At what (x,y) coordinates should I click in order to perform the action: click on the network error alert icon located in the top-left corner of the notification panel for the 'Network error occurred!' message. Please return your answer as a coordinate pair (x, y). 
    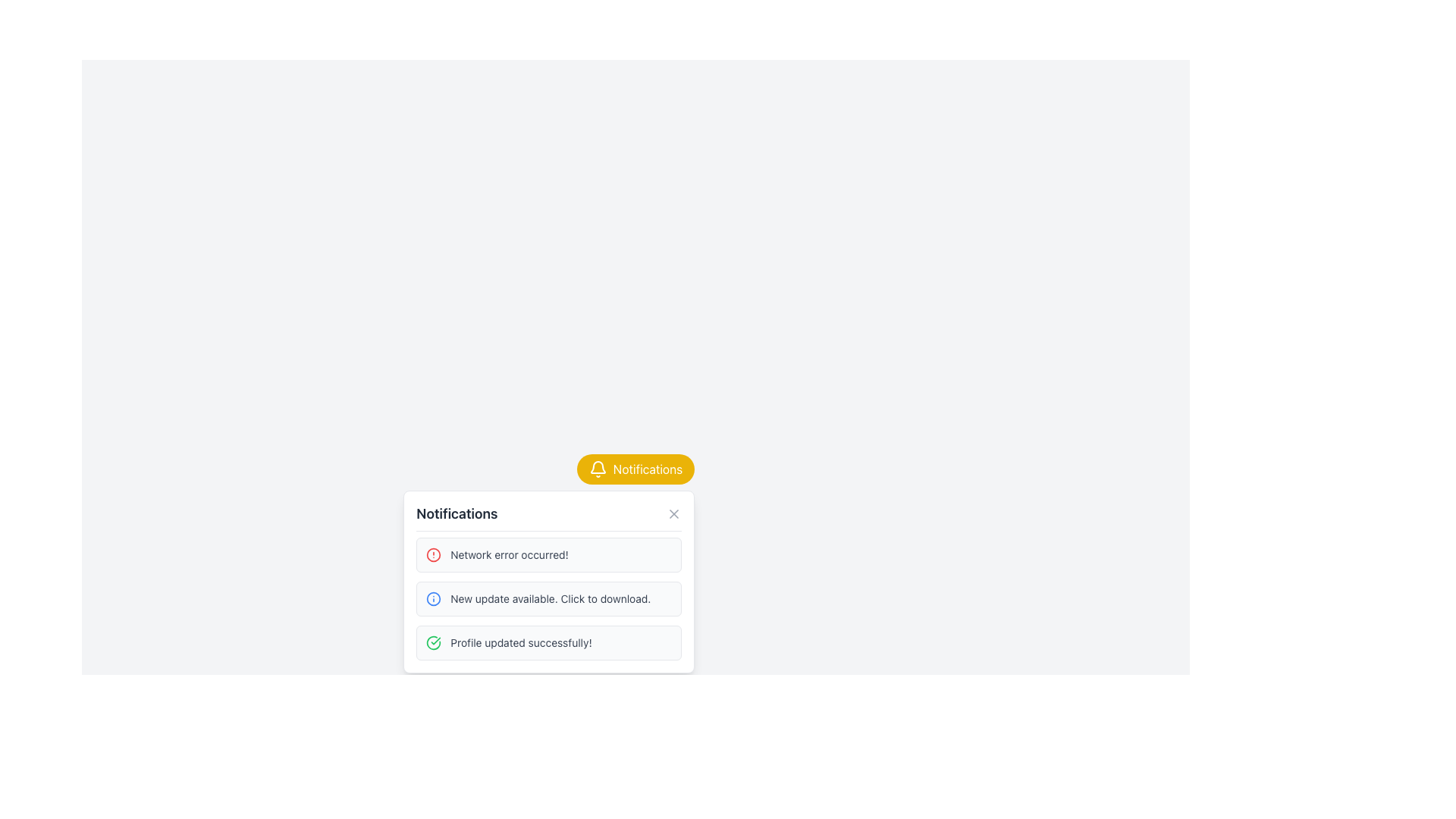
    Looking at the image, I should click on (433, 555).